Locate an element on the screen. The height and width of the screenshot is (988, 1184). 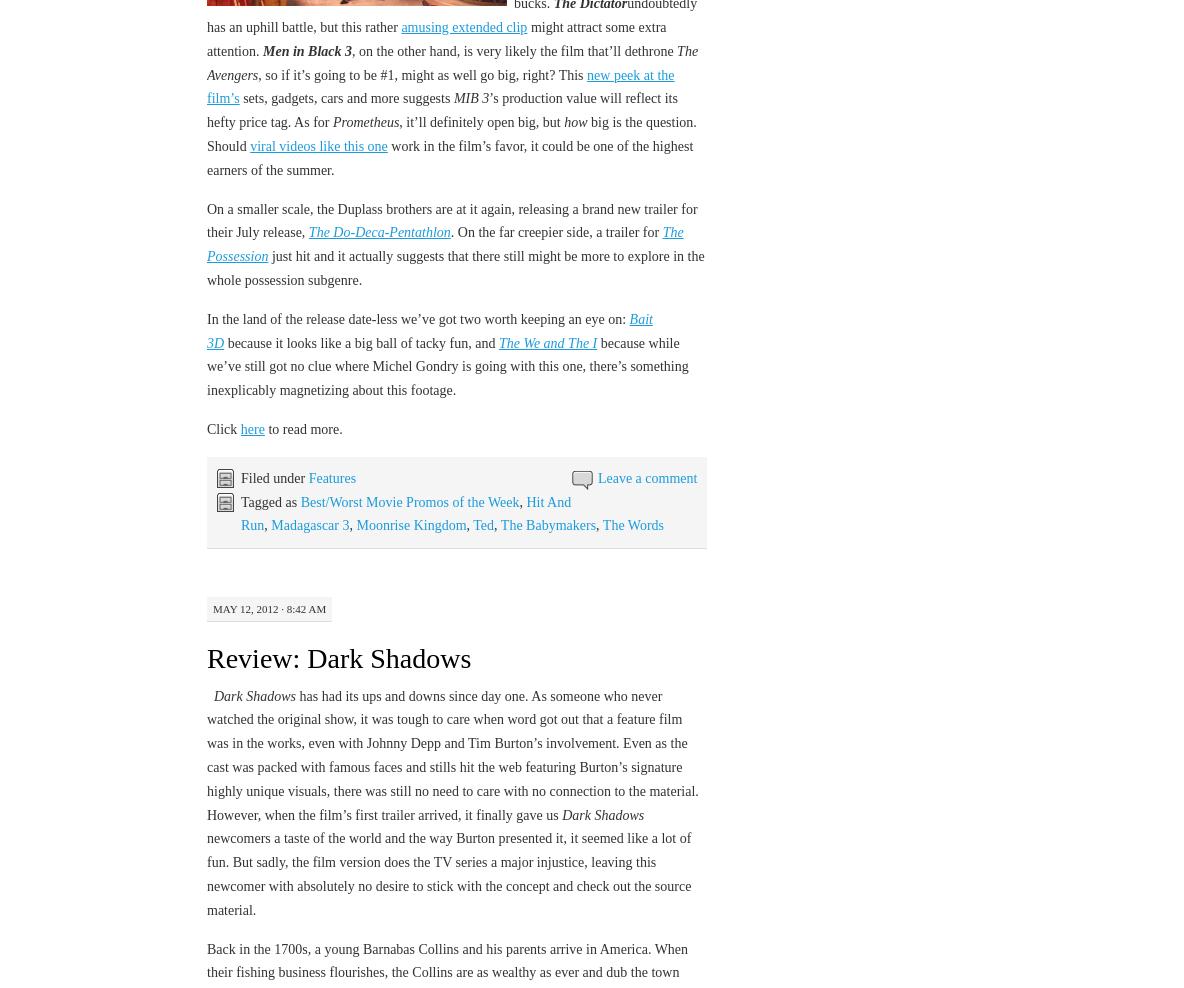
'because while we’ve still got no clue where Michel Gondry is going with this one, there’s something inexplicably magnetizing about this footage.' is located at coordinates (446, 366).